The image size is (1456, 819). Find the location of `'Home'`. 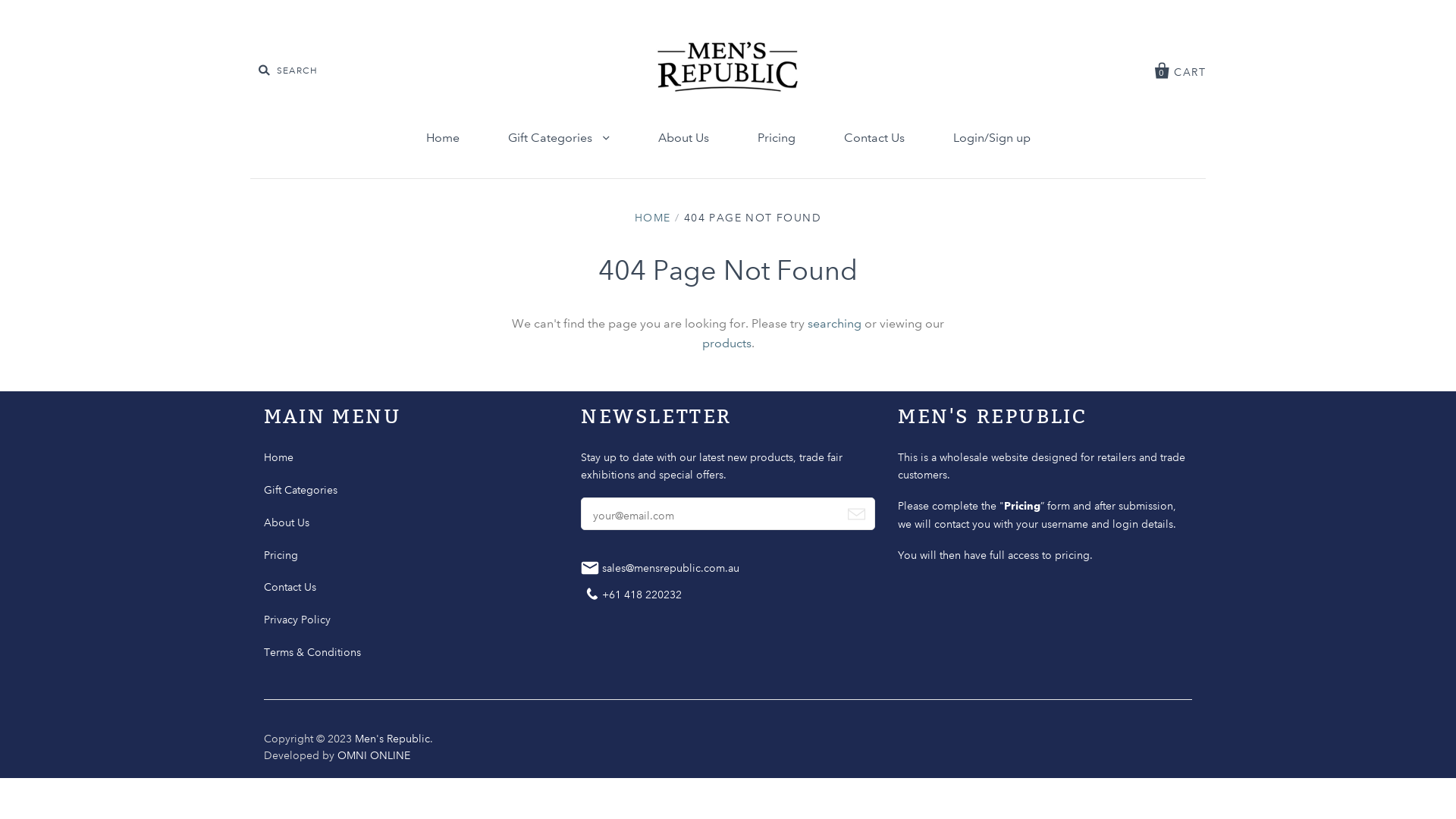

'Home' is located at coordinates (442, 137).